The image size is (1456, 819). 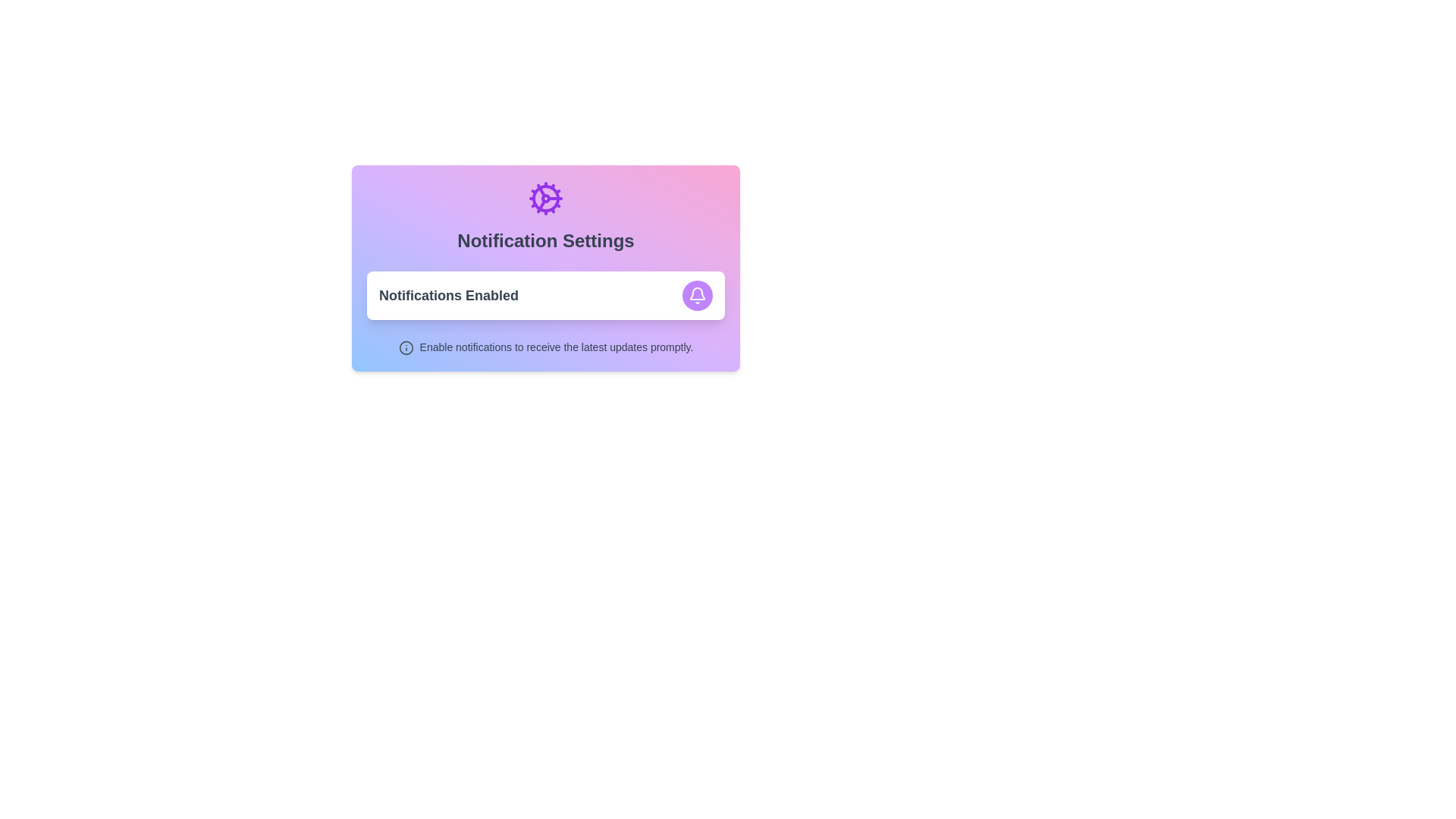 What do you see at coordinates (546, 347) in the screenshot?
I see `informational text about enabling notifications located beneath the 'Notifications Enabled' section in the 'Notification Settings' card` at bounding box center [546, 347].